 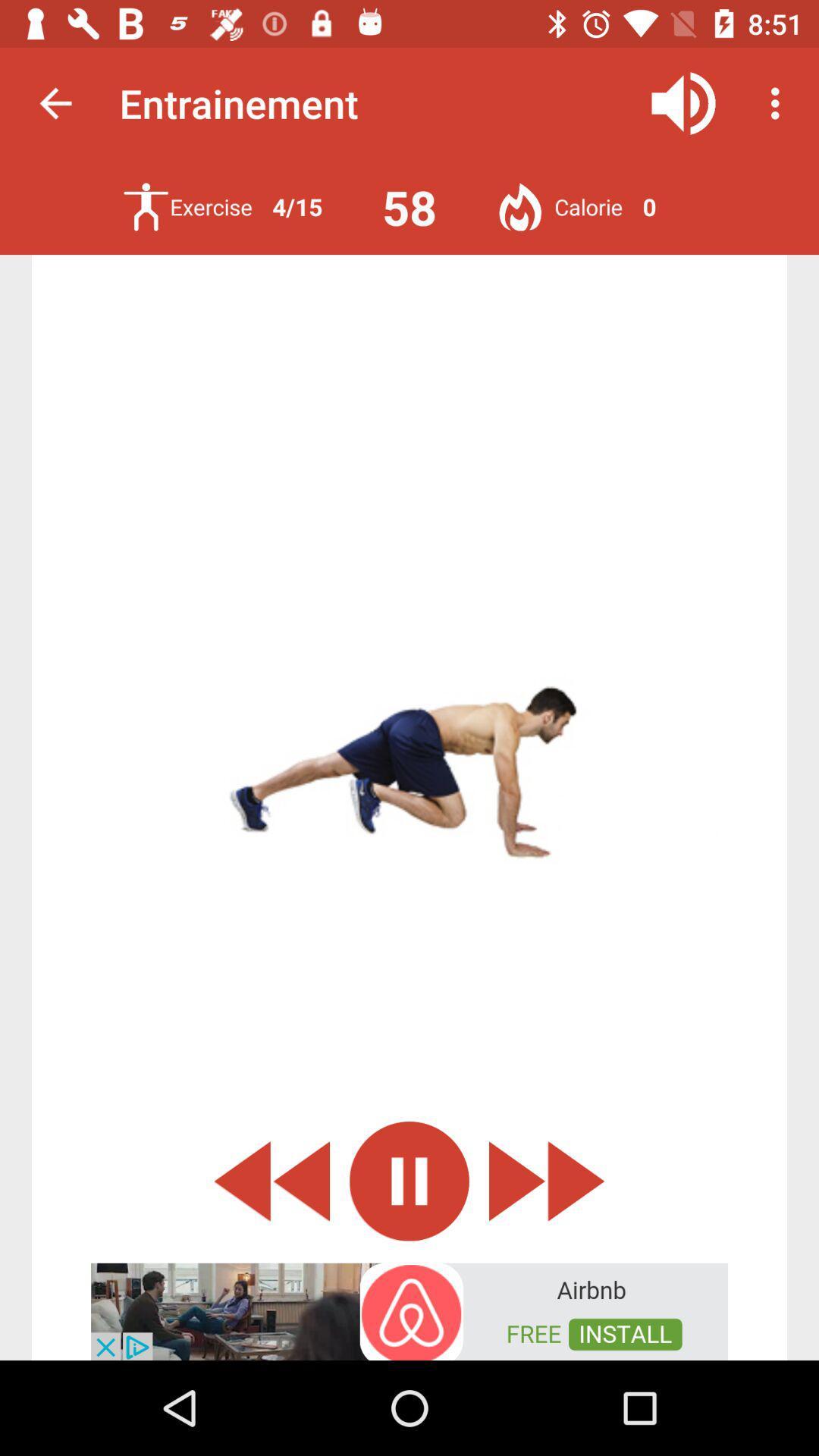 What do you see at coordinates (271, 1180) in the screenshot?
I see `previous` at bounding box center [271, 1180].